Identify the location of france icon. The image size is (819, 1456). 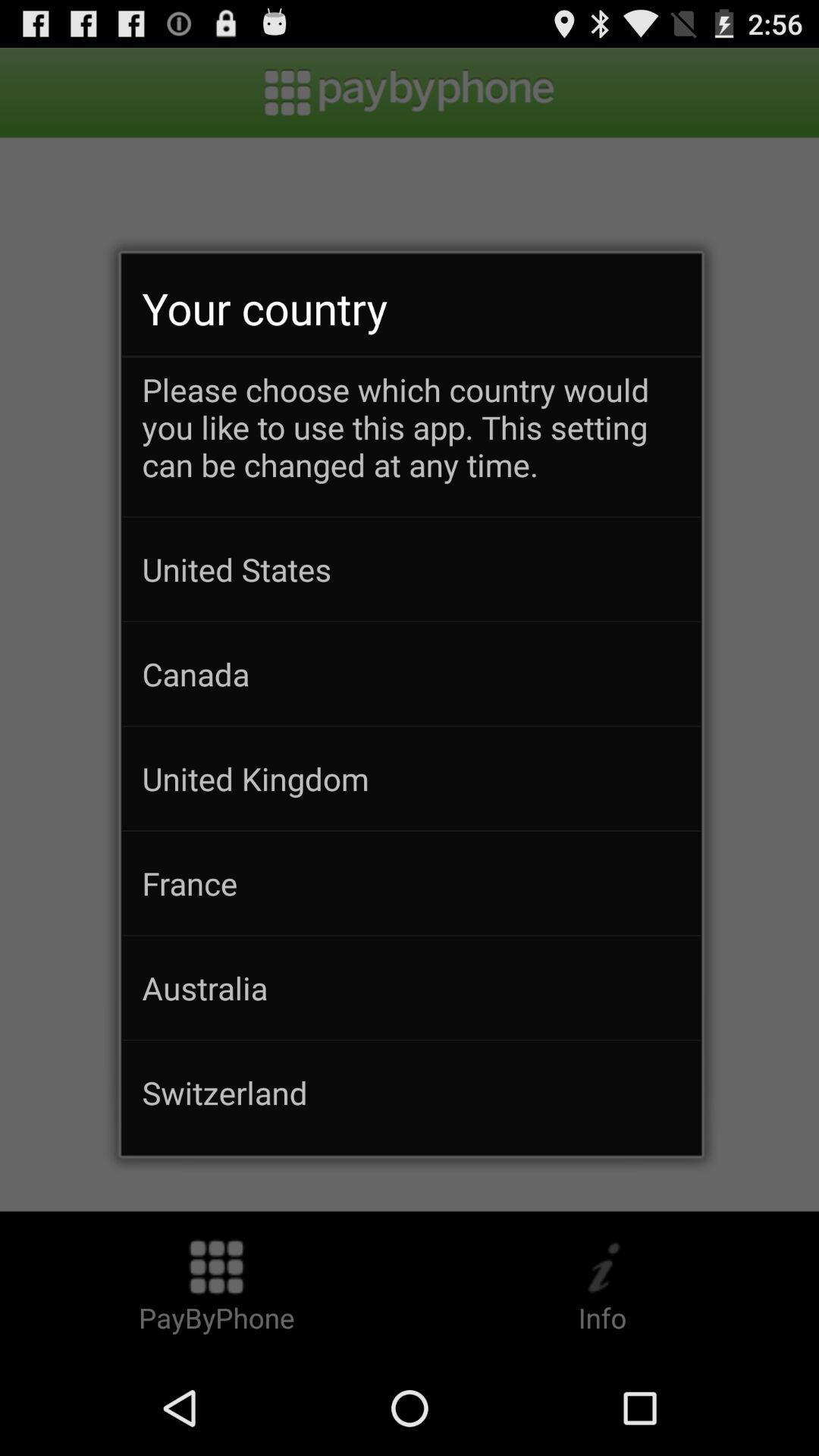
(411, 883).